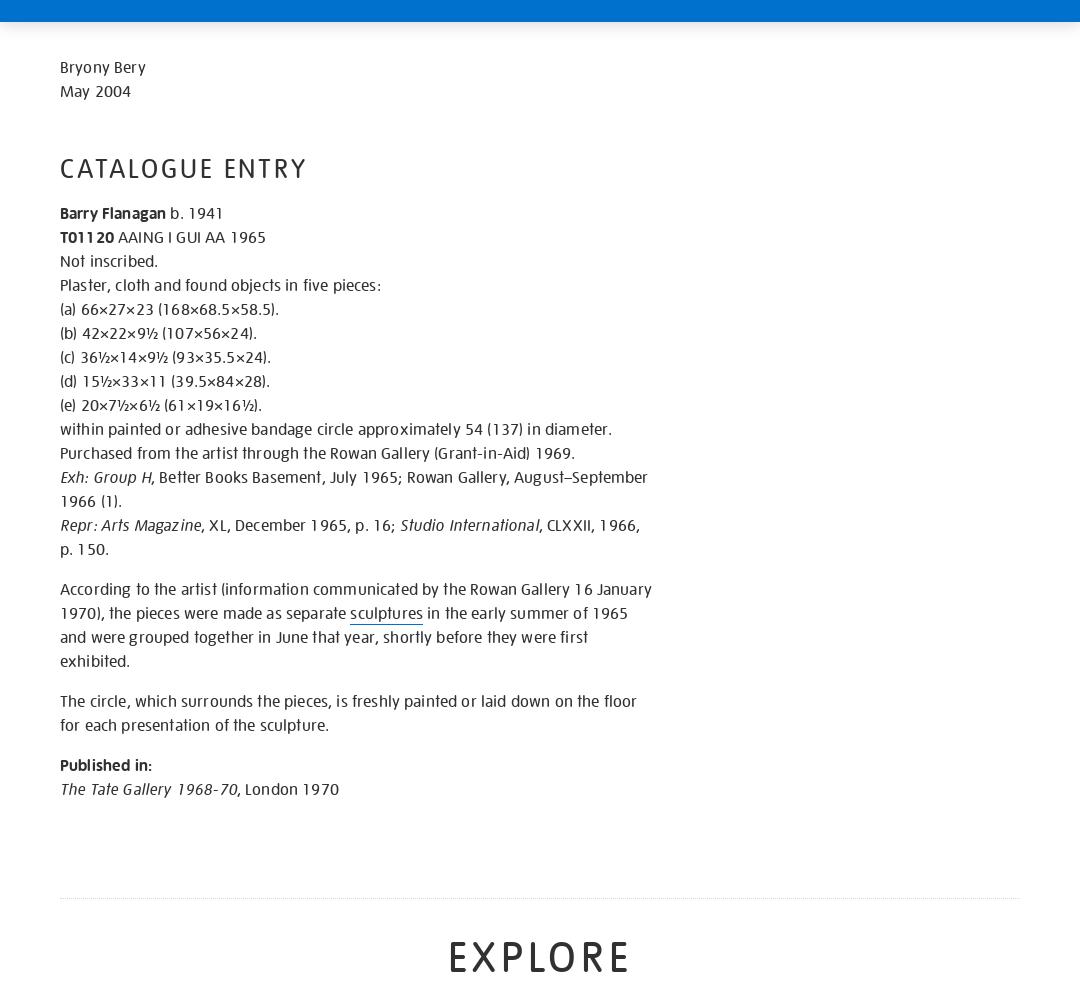  I want to click on 'The circle, which surrounds the pieces, is freshly painted or laid down on the floor for each presentation of the sculpture.', so click(347, 712).